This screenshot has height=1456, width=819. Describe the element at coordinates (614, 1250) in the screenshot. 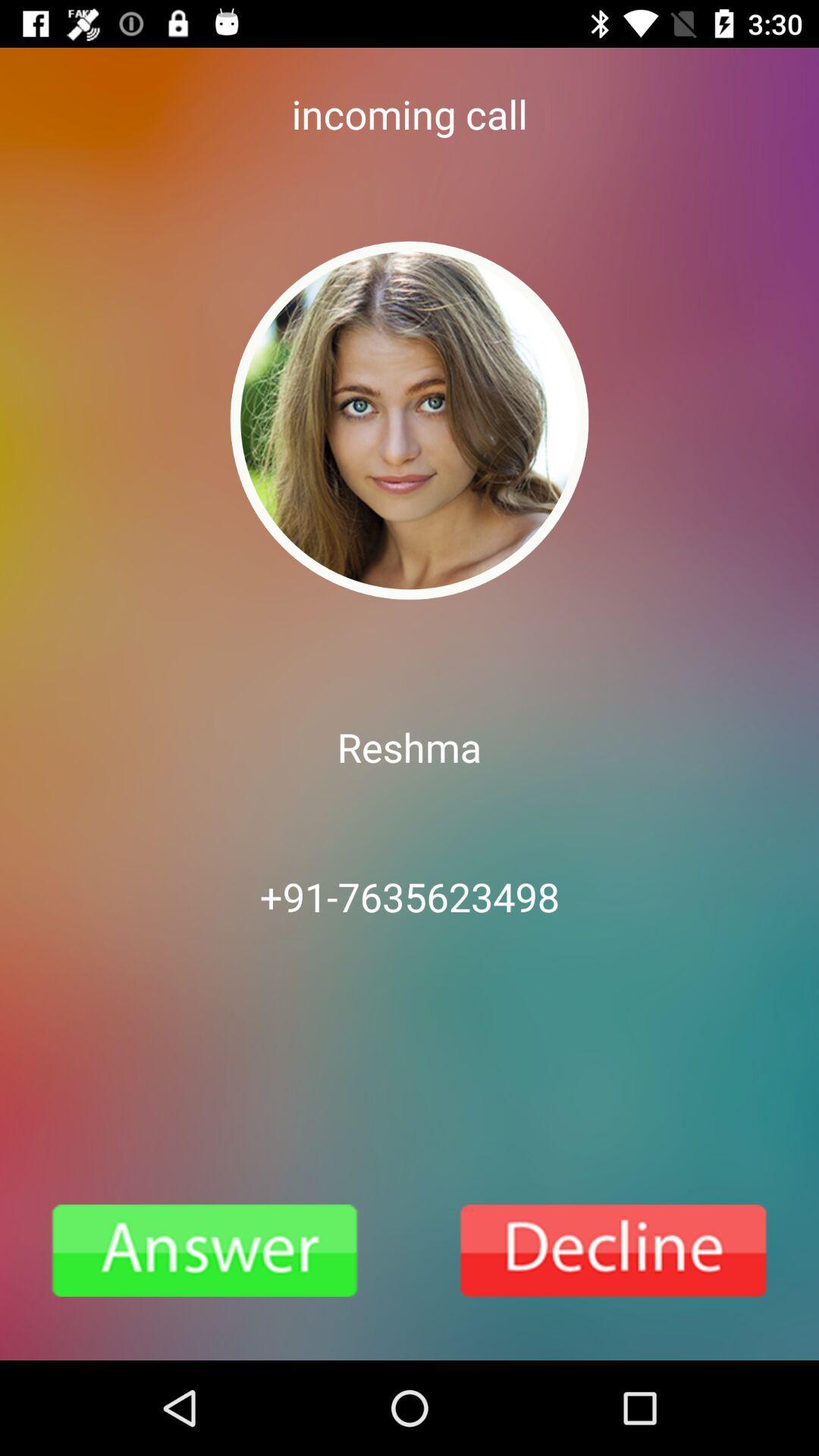

I see `icon at the bottom right corner` at that location.